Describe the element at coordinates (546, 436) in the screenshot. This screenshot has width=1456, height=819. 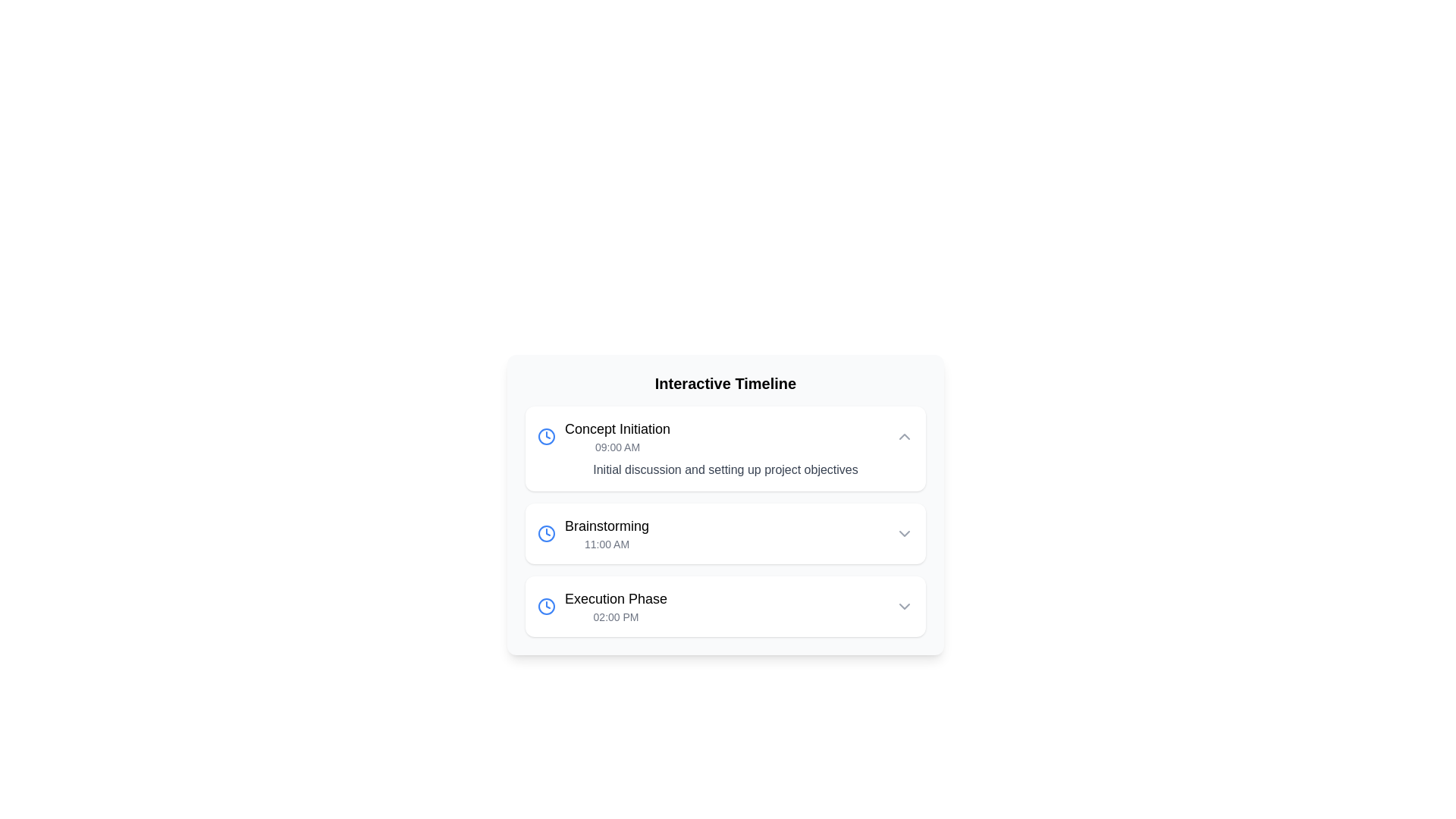
I see `the SVG Circle element that is part of the decorative clock icon for the 'Concept Initiation' entry in the 'Interactive Timeline'` at that location.